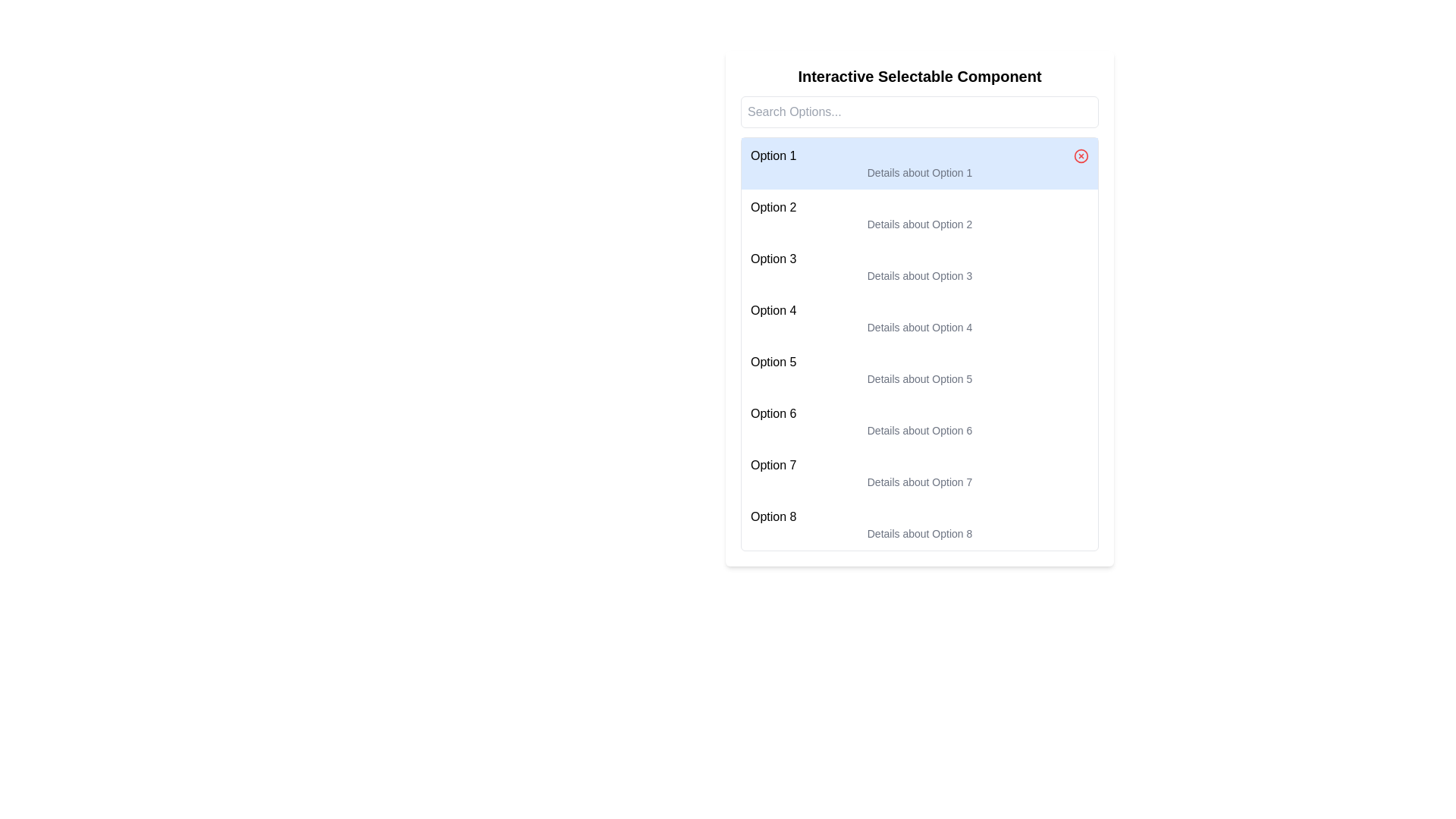  What do you see at coordinates (919, 275) in the screenshot?
I see `supplementary text label located directly below 'Option 3' in the interactive selectable component, which enhances user understanding of that option` at bounding box center [919, 275].